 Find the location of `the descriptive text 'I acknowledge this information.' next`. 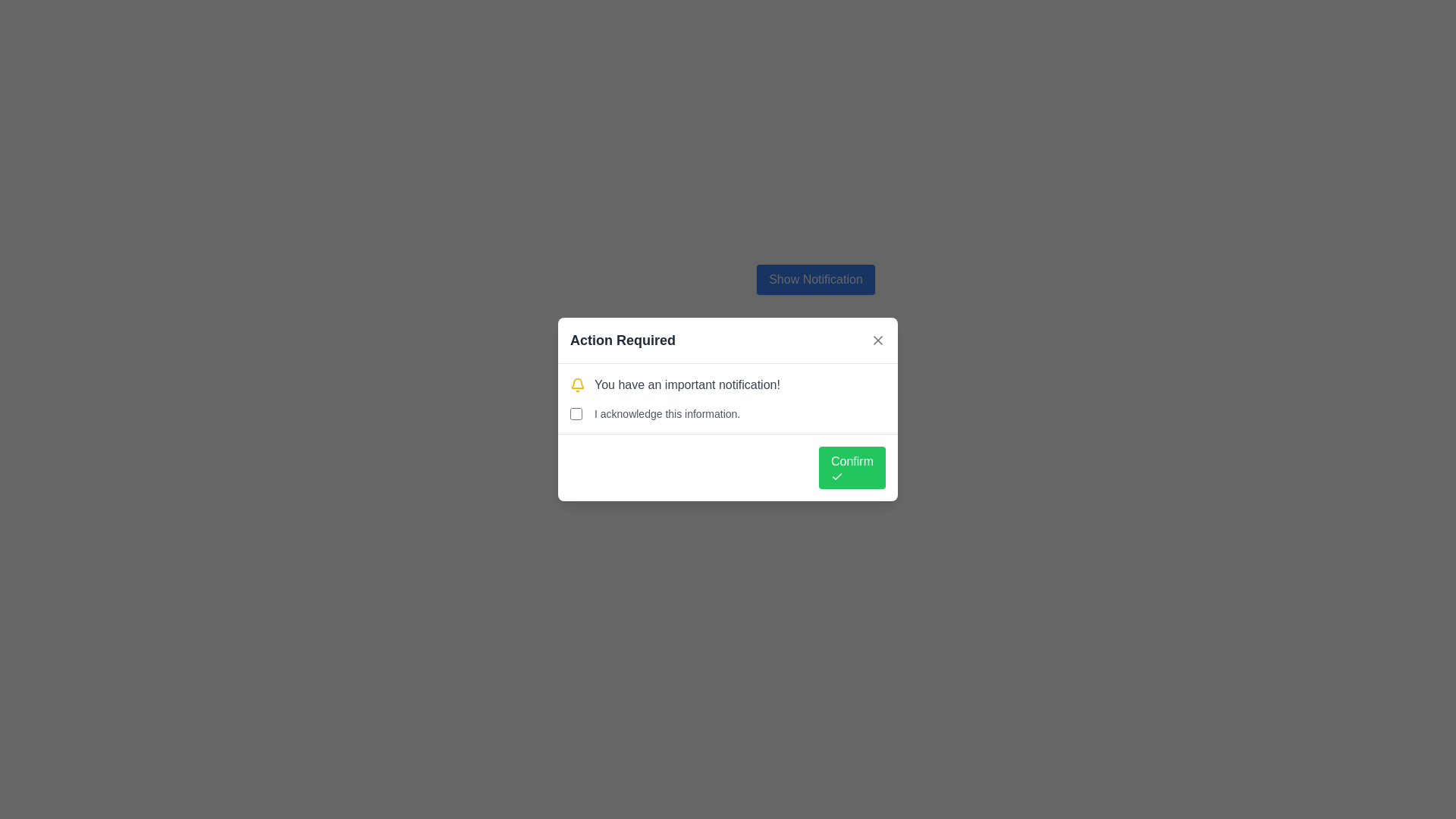

the descriptive text 'I acknowledge this information.' next is located at coordinates (728, 414).